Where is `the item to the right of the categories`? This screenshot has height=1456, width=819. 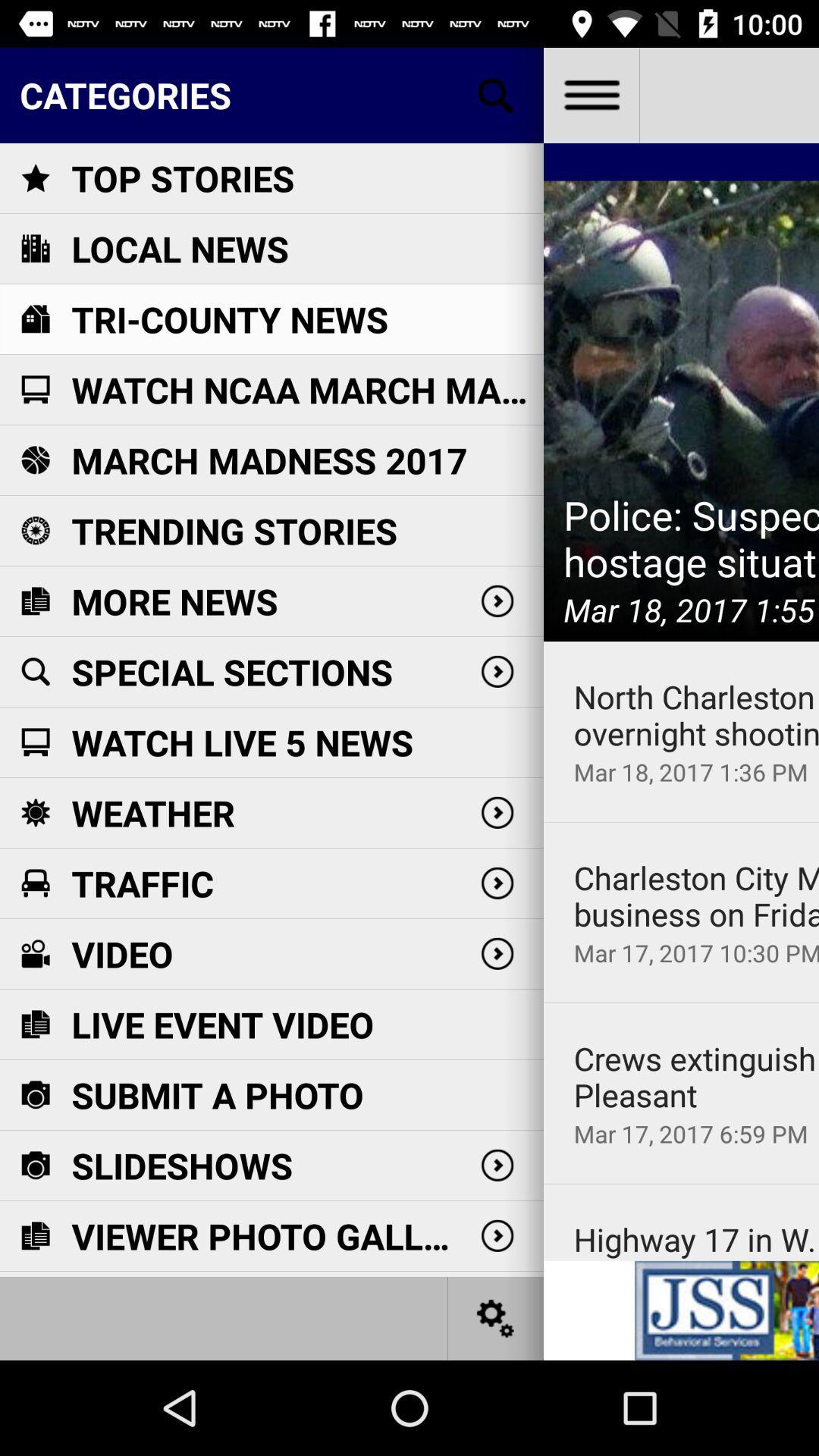 the item to the right of the categories is located at coordinates (590, 94).